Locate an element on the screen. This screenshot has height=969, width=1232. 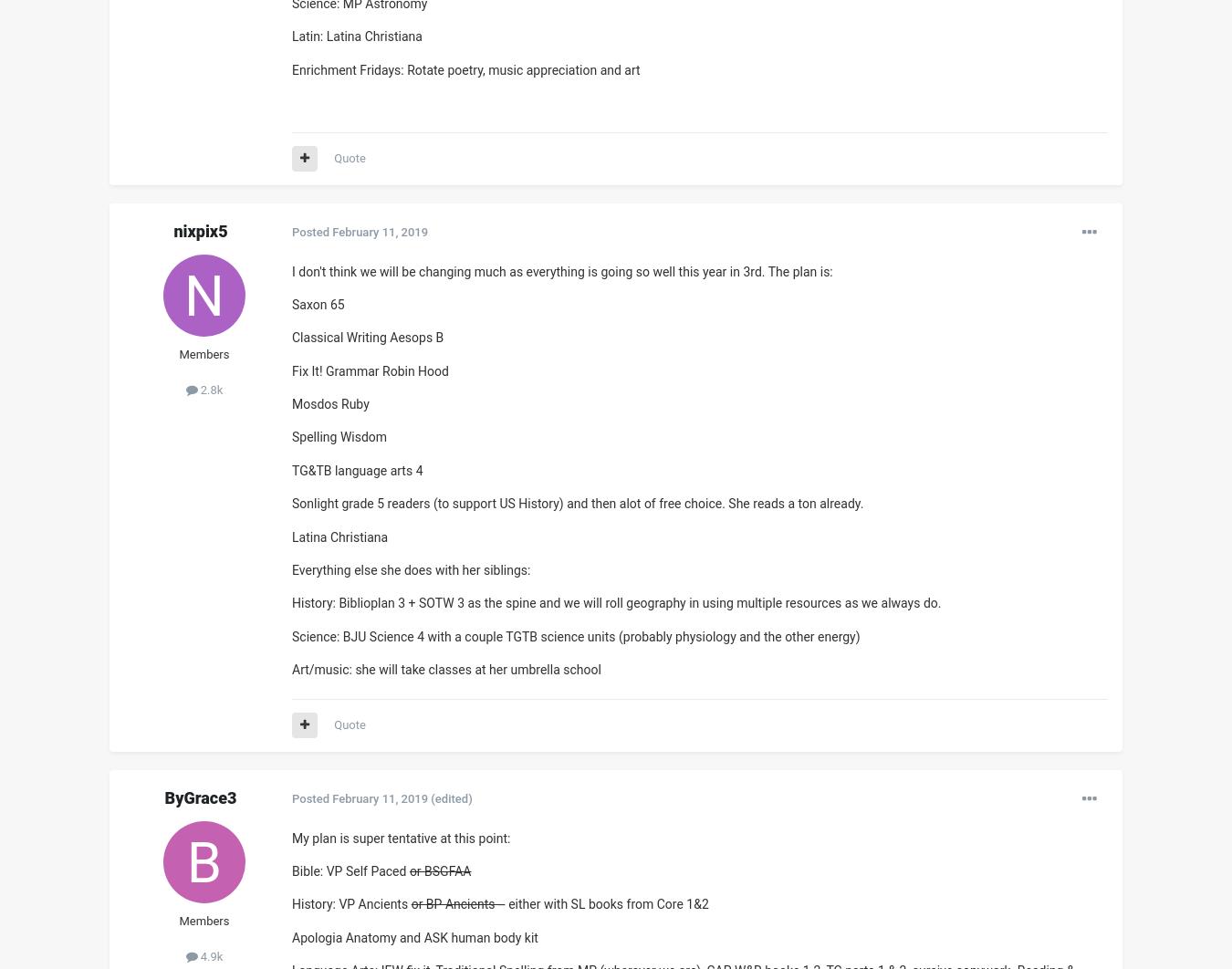
'Enrichment Fridays: Rotate poetry, music appreciation and art' is located at coordinates (290, 69).